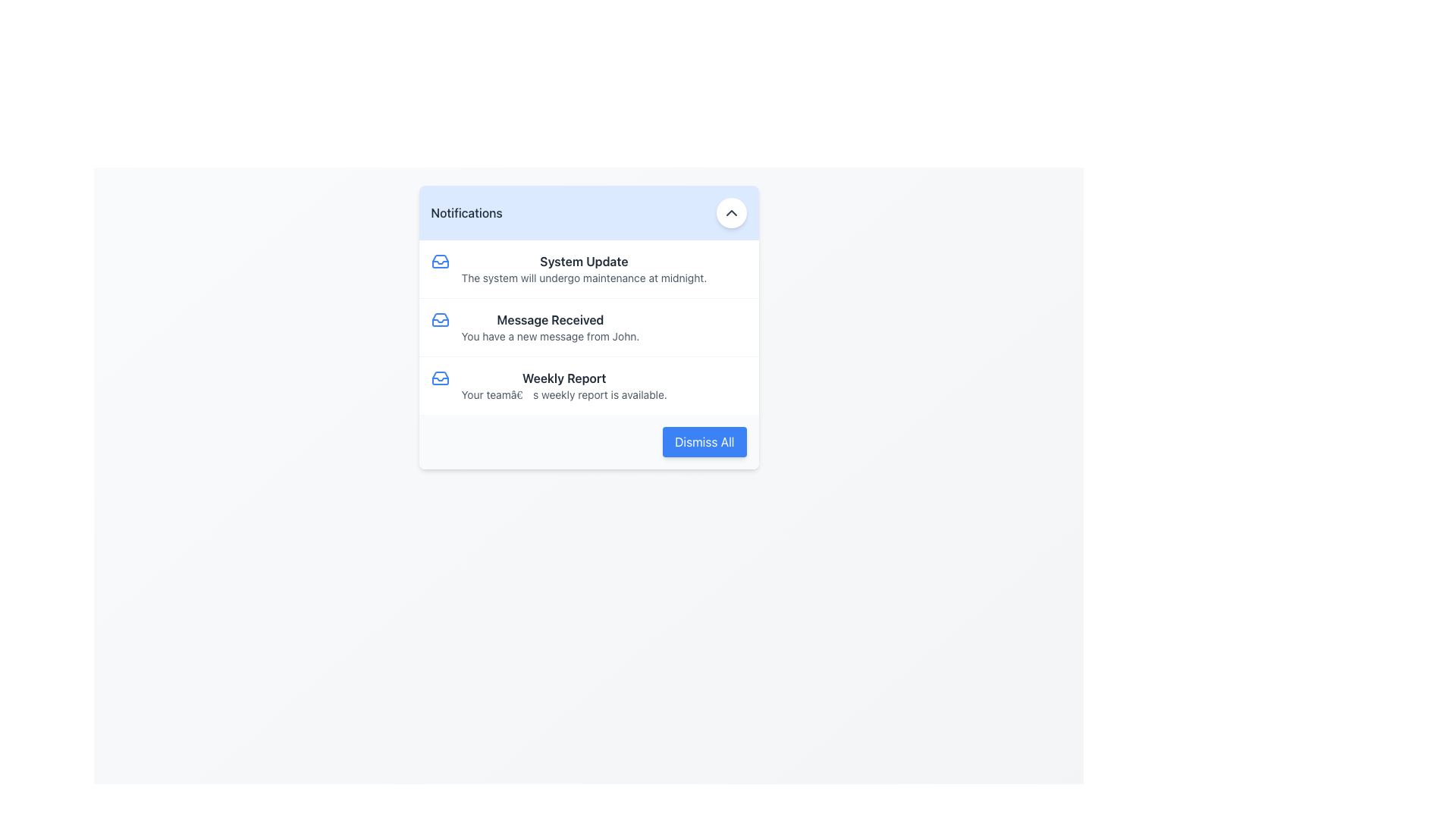 The width and height of the screenshot is (1456, 819). What do you see at coordinates (439, 260) in the screenshot?
I see `the inbox icon located at the upper left corner of the first item in the notifications list to read the related 'System Update' message` at bounding box center [439, 260].